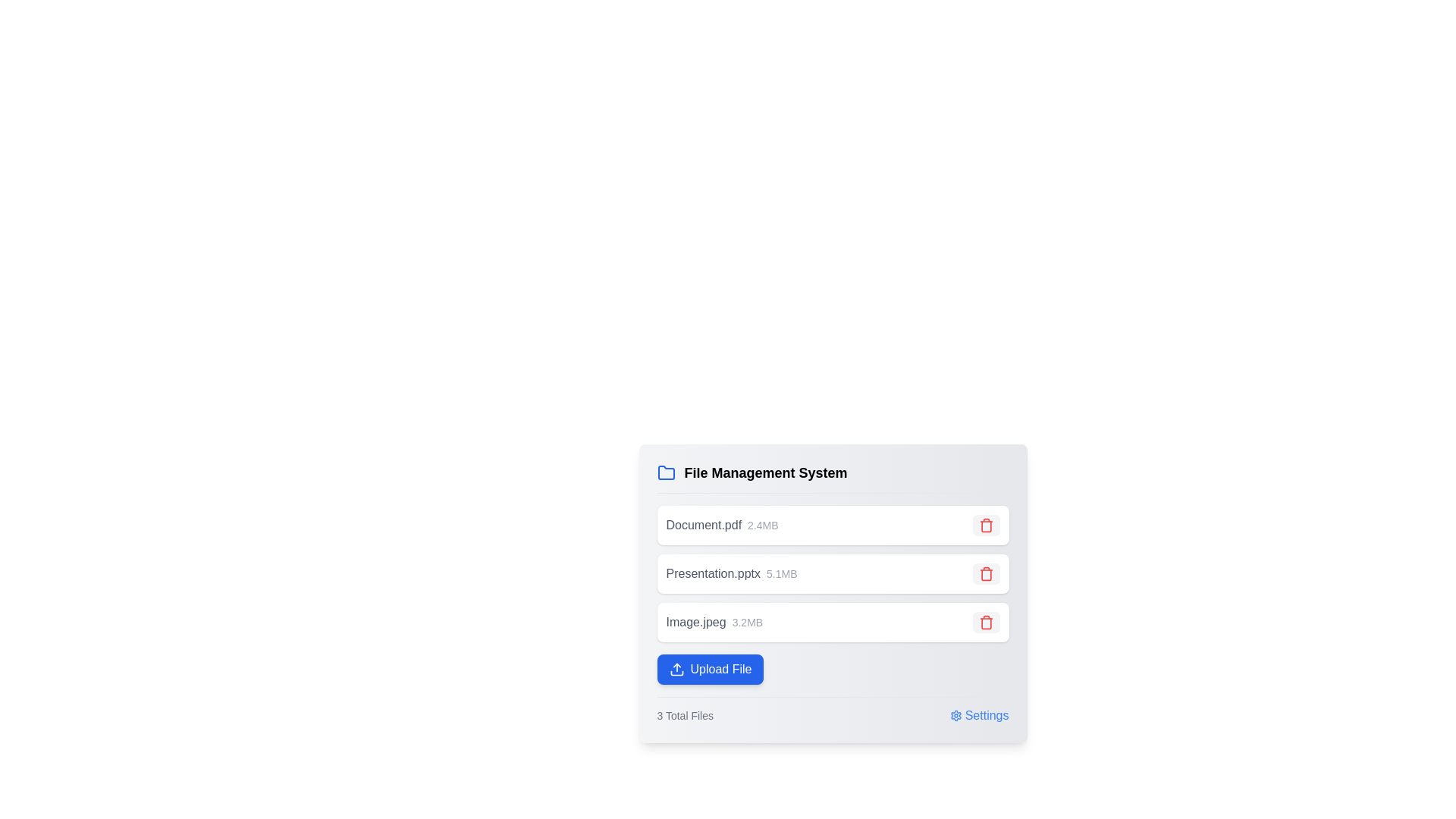  I want to click on the file entry representing a file in the file management interface, positioned as the second item in the list, to prepare for interaction, so click(832, 595).